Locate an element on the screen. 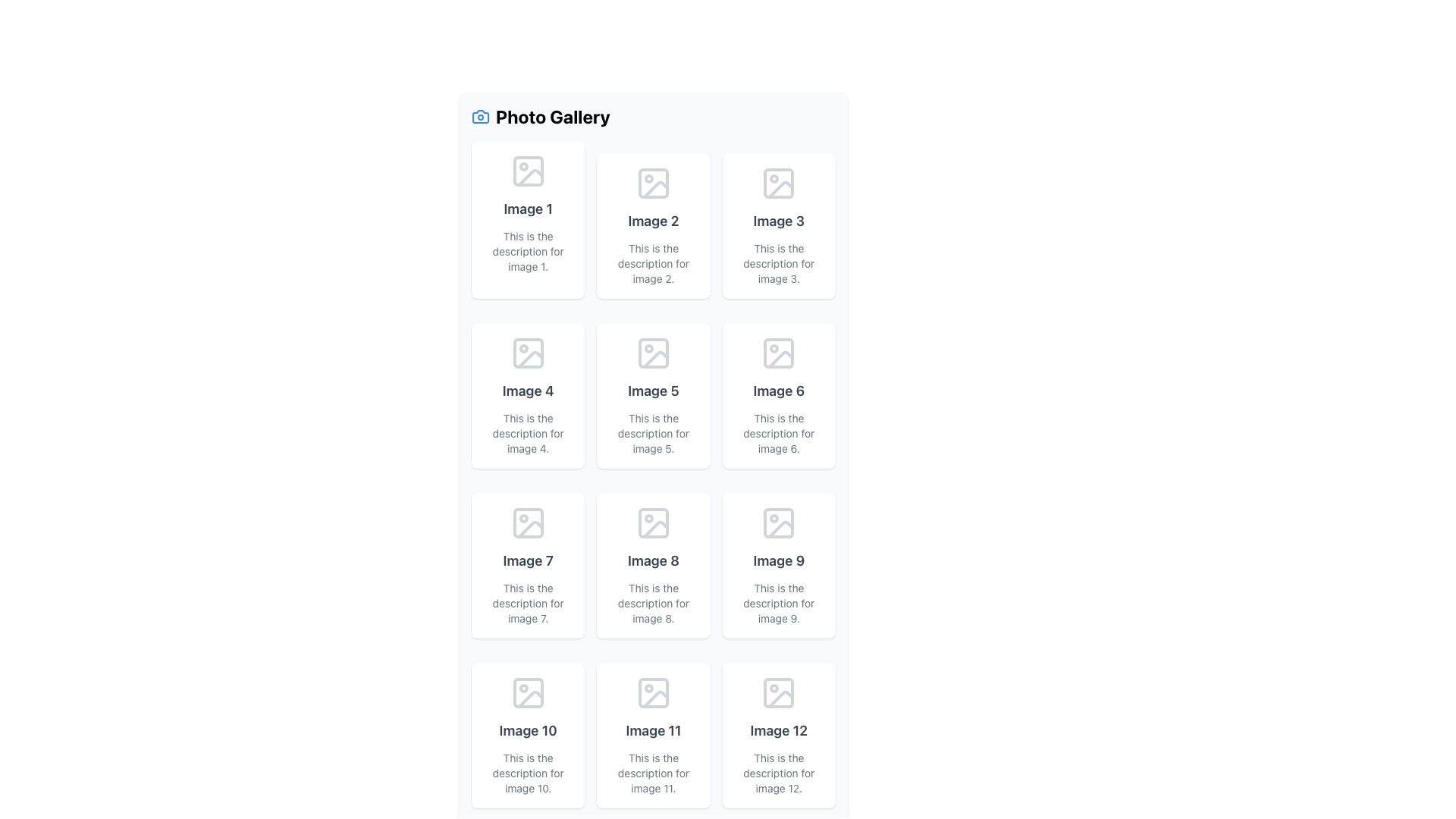  the Gallery Item or Card located in the fourth row and second column is located at coordinates (654, 734).